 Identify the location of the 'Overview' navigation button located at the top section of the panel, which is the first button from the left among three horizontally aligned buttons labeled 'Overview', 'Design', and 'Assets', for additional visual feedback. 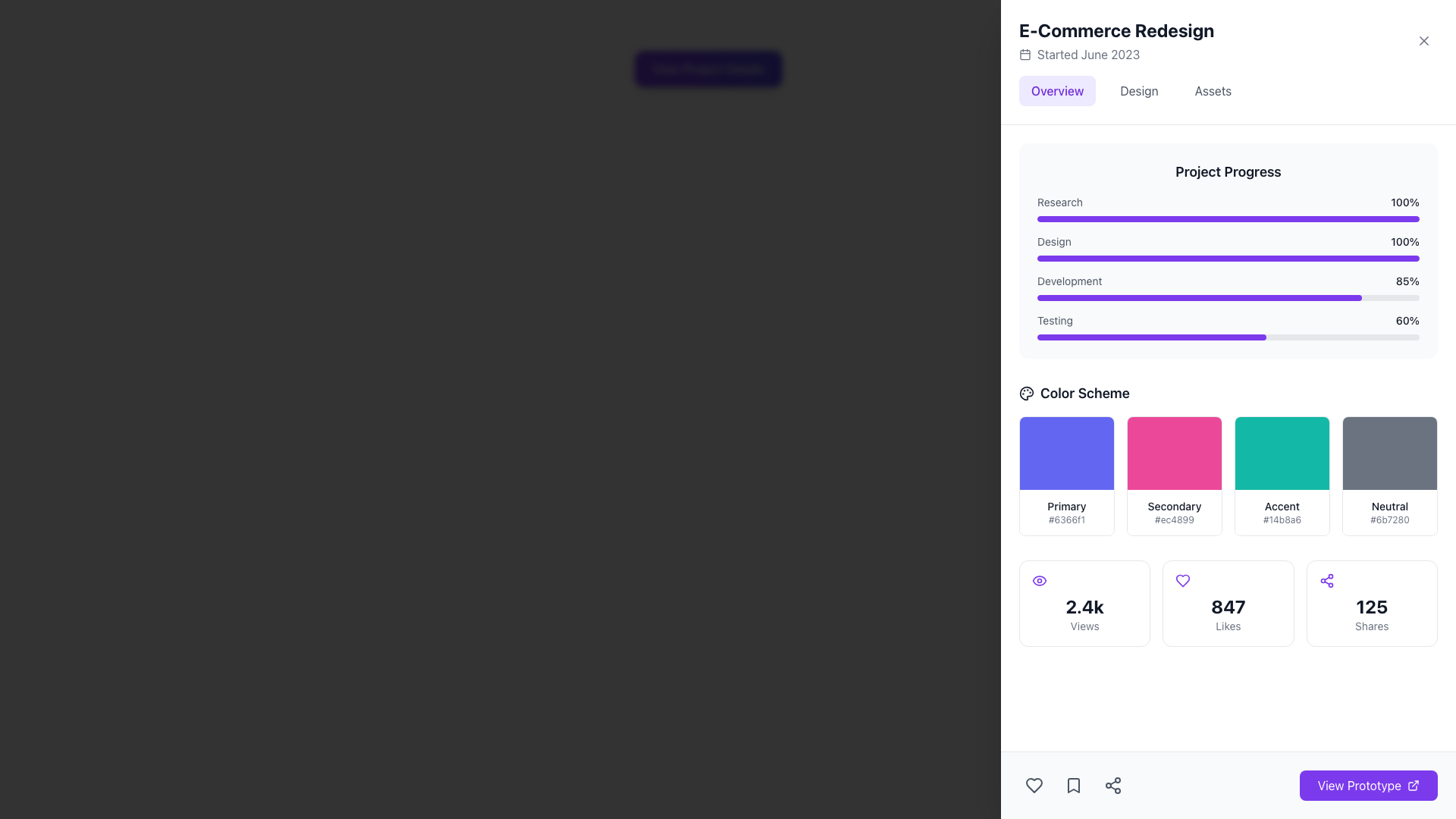
(1056, 90).